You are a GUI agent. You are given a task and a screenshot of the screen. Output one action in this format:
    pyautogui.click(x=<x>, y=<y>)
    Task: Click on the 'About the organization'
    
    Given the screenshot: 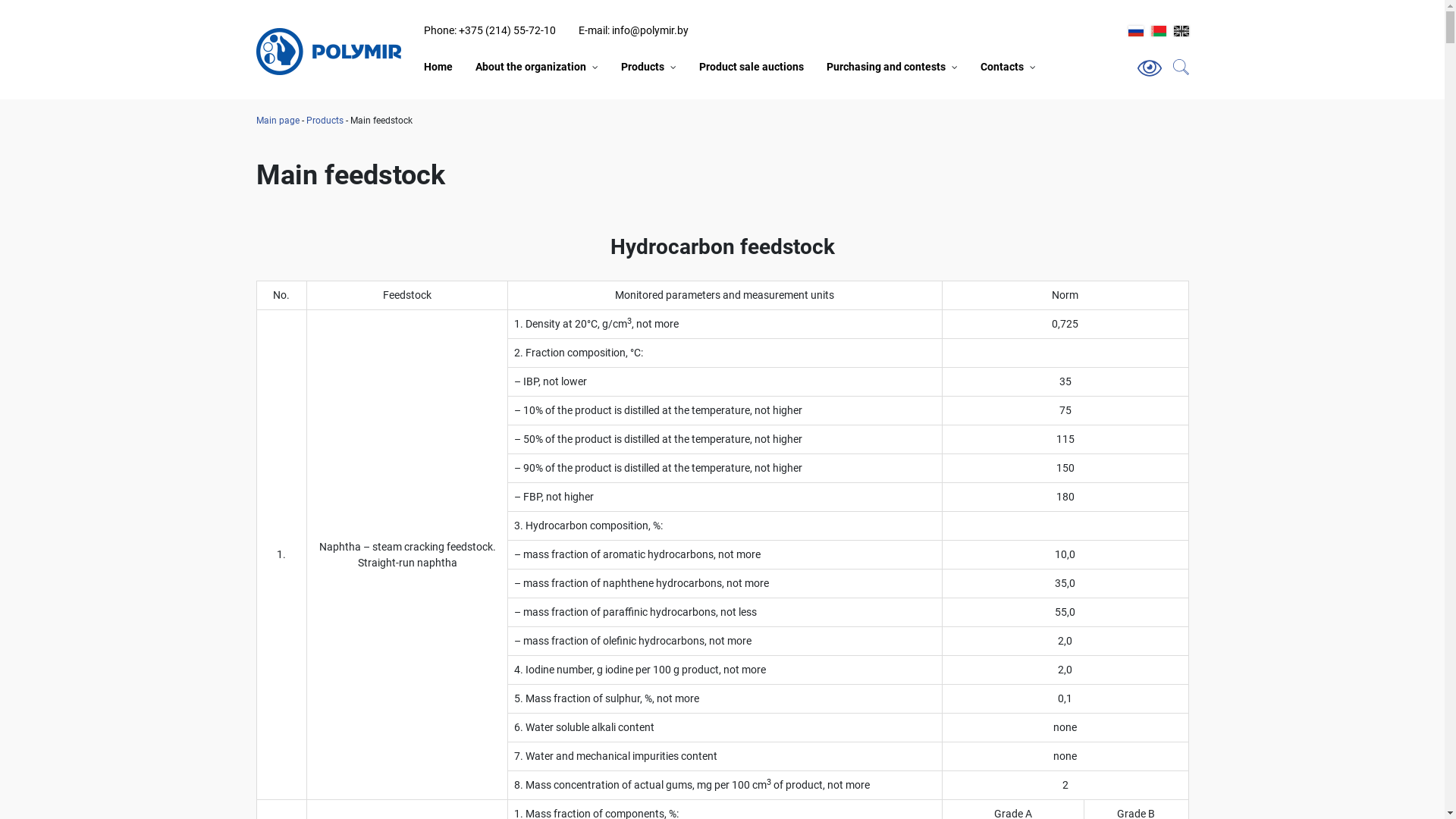 What is the action you would take?
    pyautogui.click(x=530, y=66)
    